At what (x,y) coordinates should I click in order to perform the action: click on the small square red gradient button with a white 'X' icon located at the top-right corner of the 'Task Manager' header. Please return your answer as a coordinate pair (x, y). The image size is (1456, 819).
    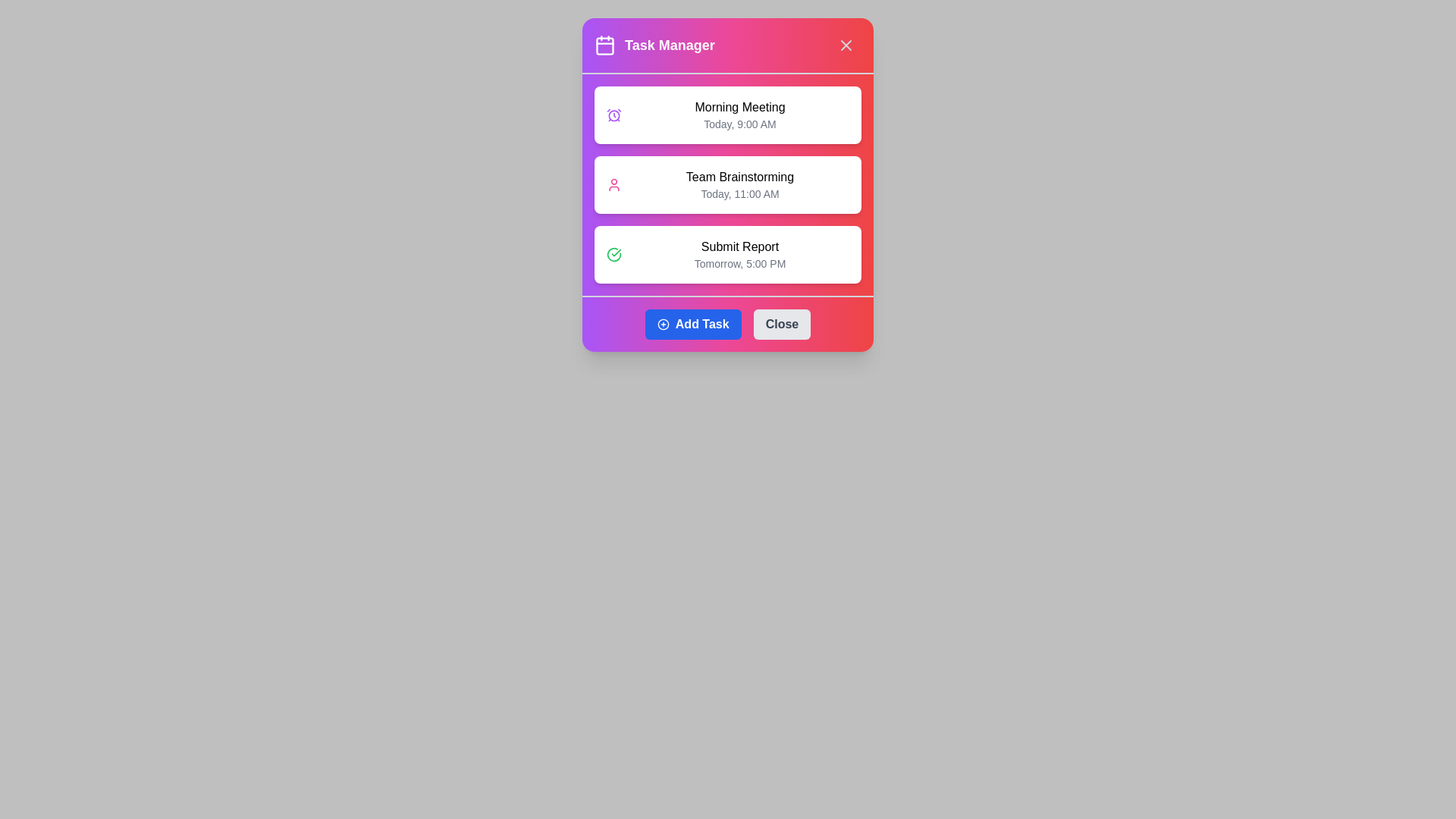
    Looking at the image, I should click on (846, 45).